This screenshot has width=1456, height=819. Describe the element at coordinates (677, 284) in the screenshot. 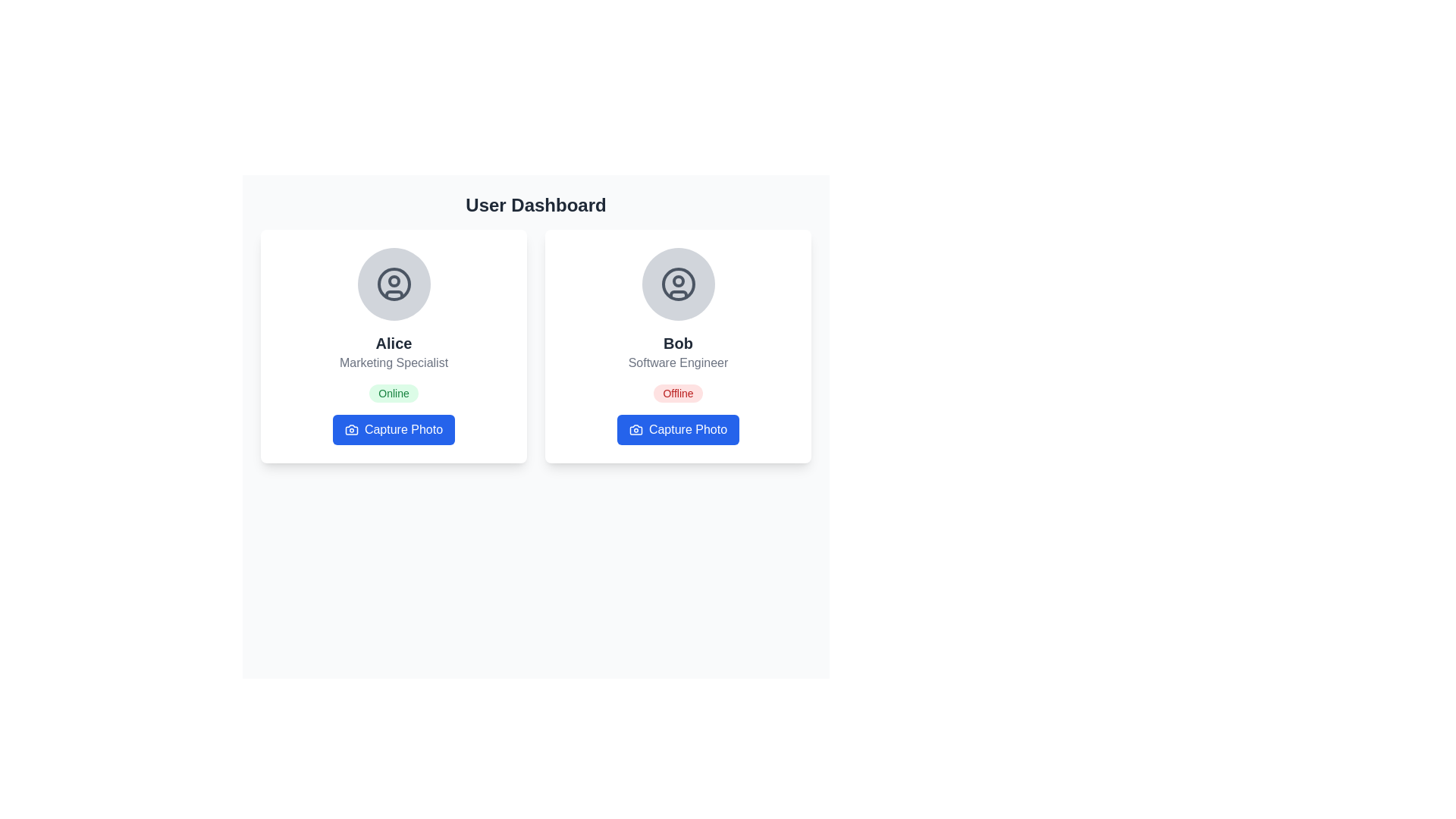

I see `the Icon with a circular gray background representing a user, located in the upper central region of the card labeled 'Bob' in the user dashboard interface` at that location.